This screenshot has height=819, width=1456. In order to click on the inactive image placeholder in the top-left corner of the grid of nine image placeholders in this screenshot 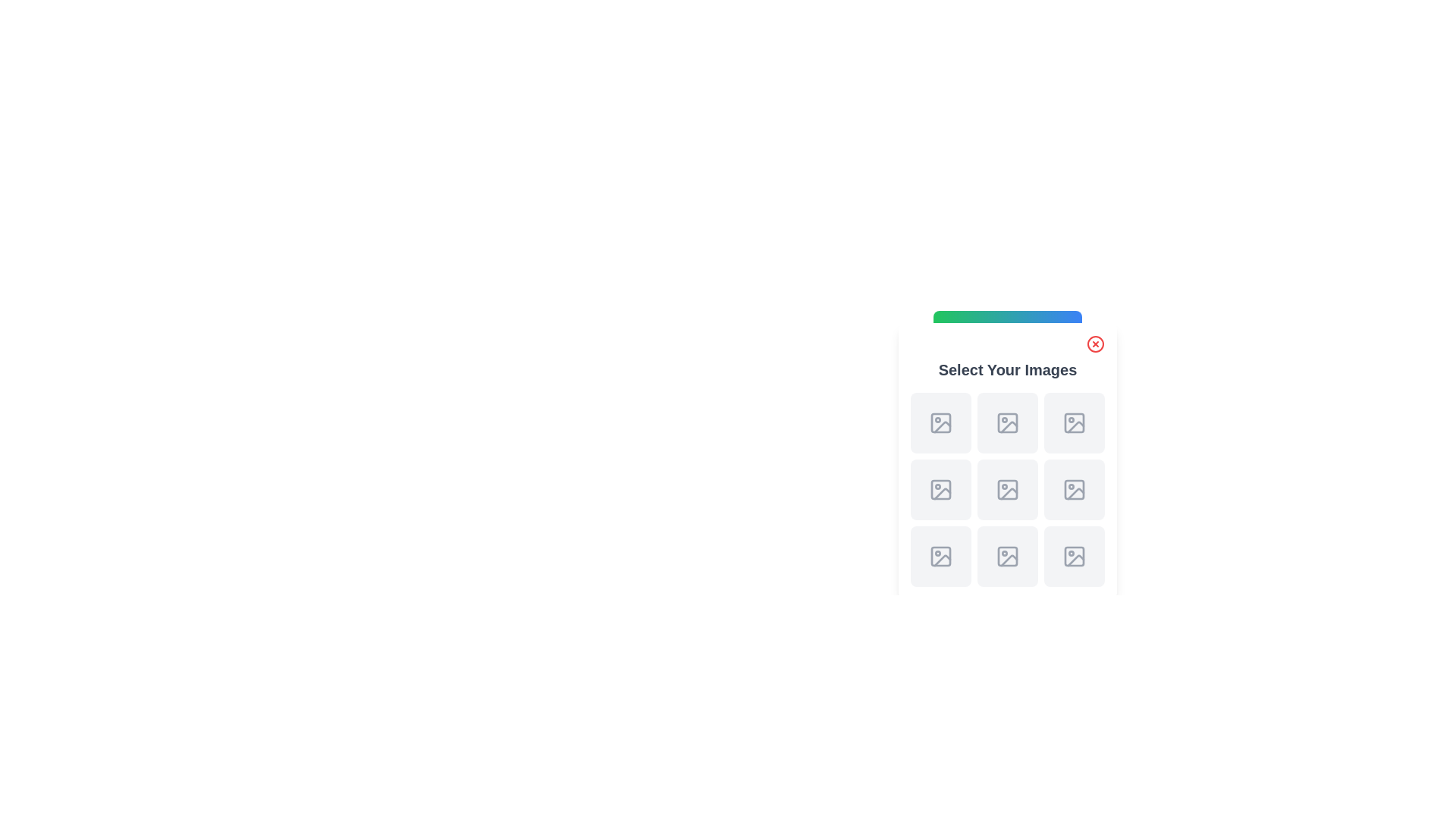, I will do `click(940, 423)`.